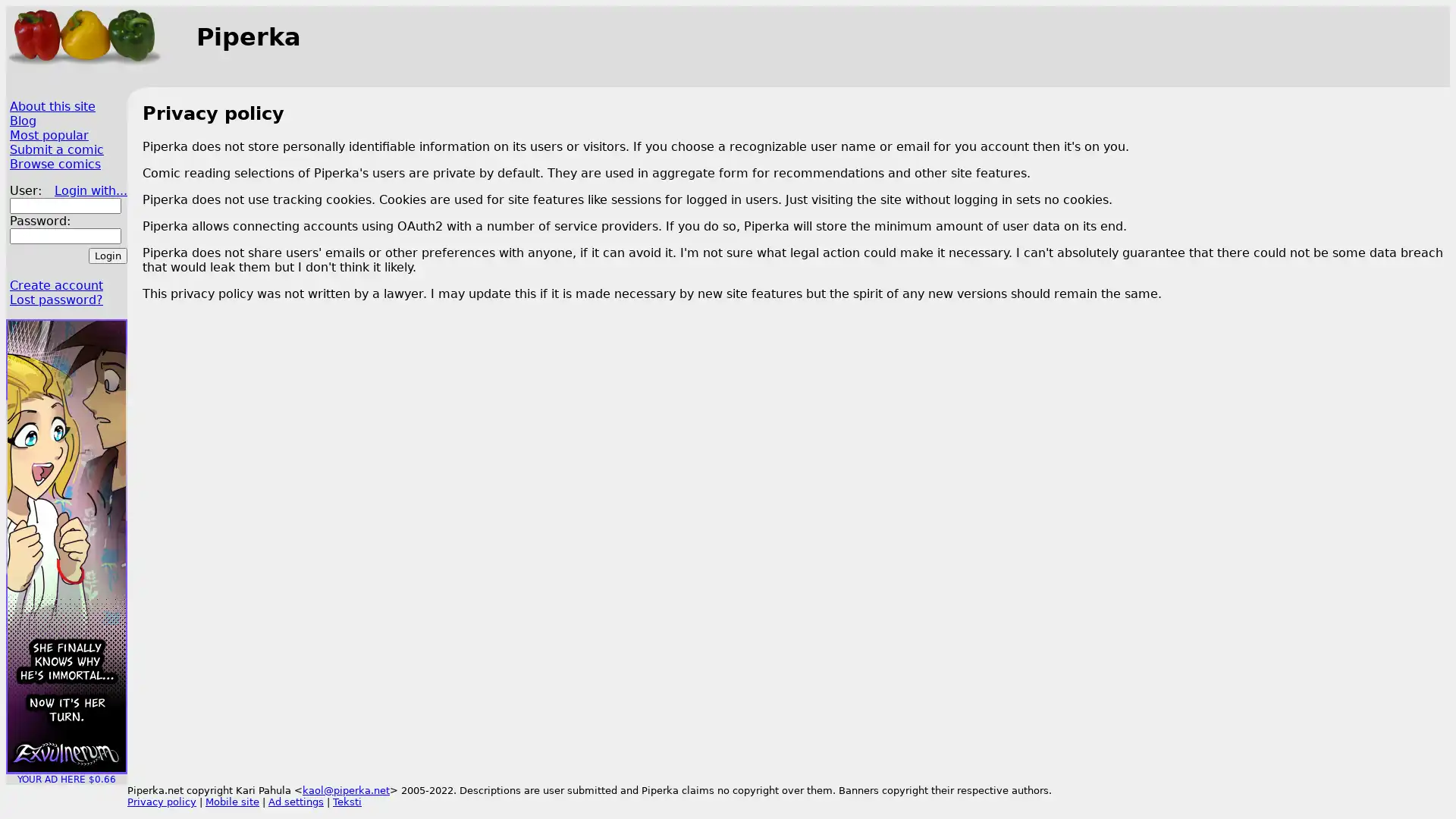 This screenshot has height=819, width=1456. Describe the element at coordinates (107, 255) in the screenshot. I see `Login` at that location.